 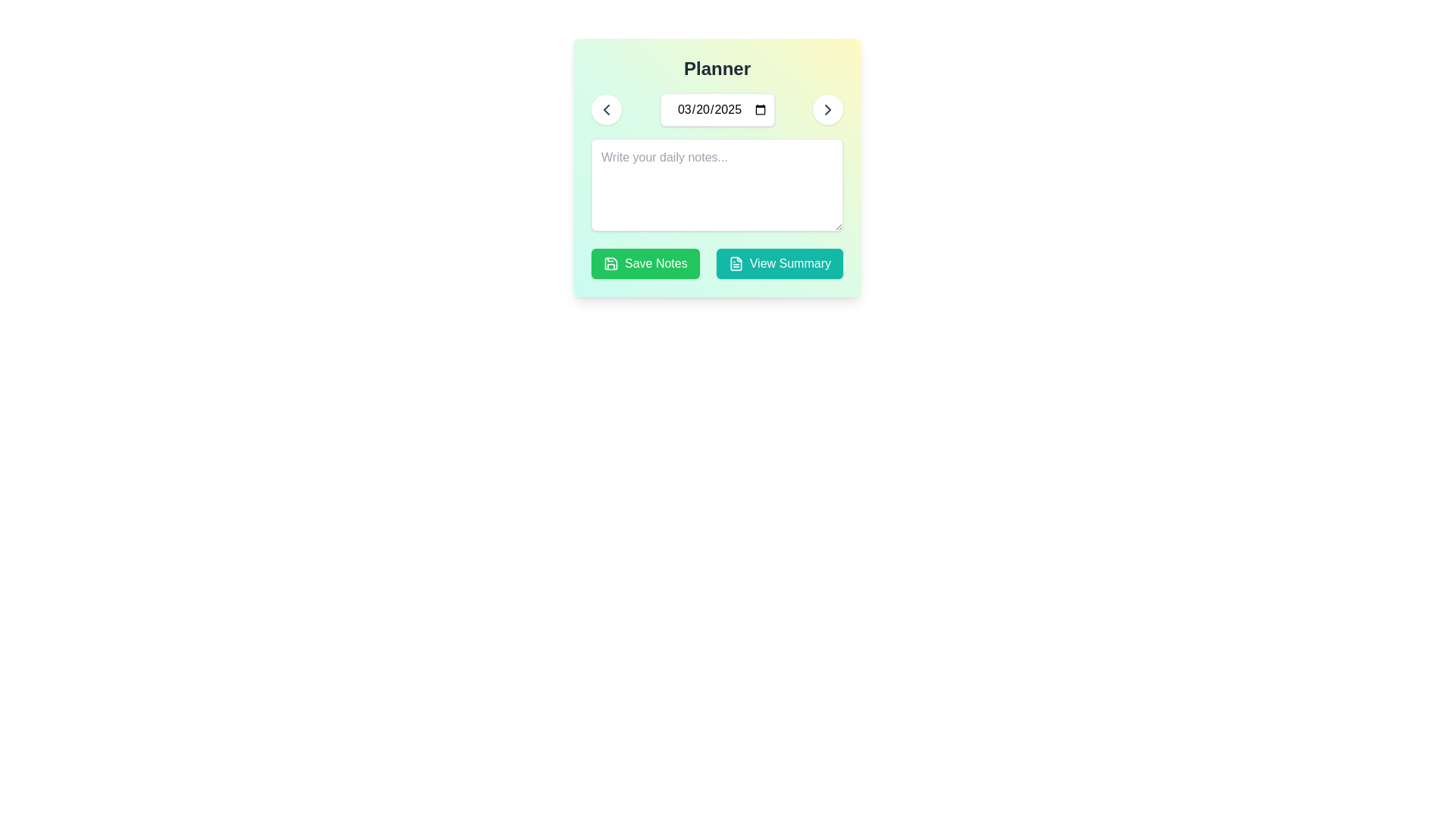 I want to click on the right circular button at the top of the planner interface containing the chevron icon, so click(x=827, y=109).